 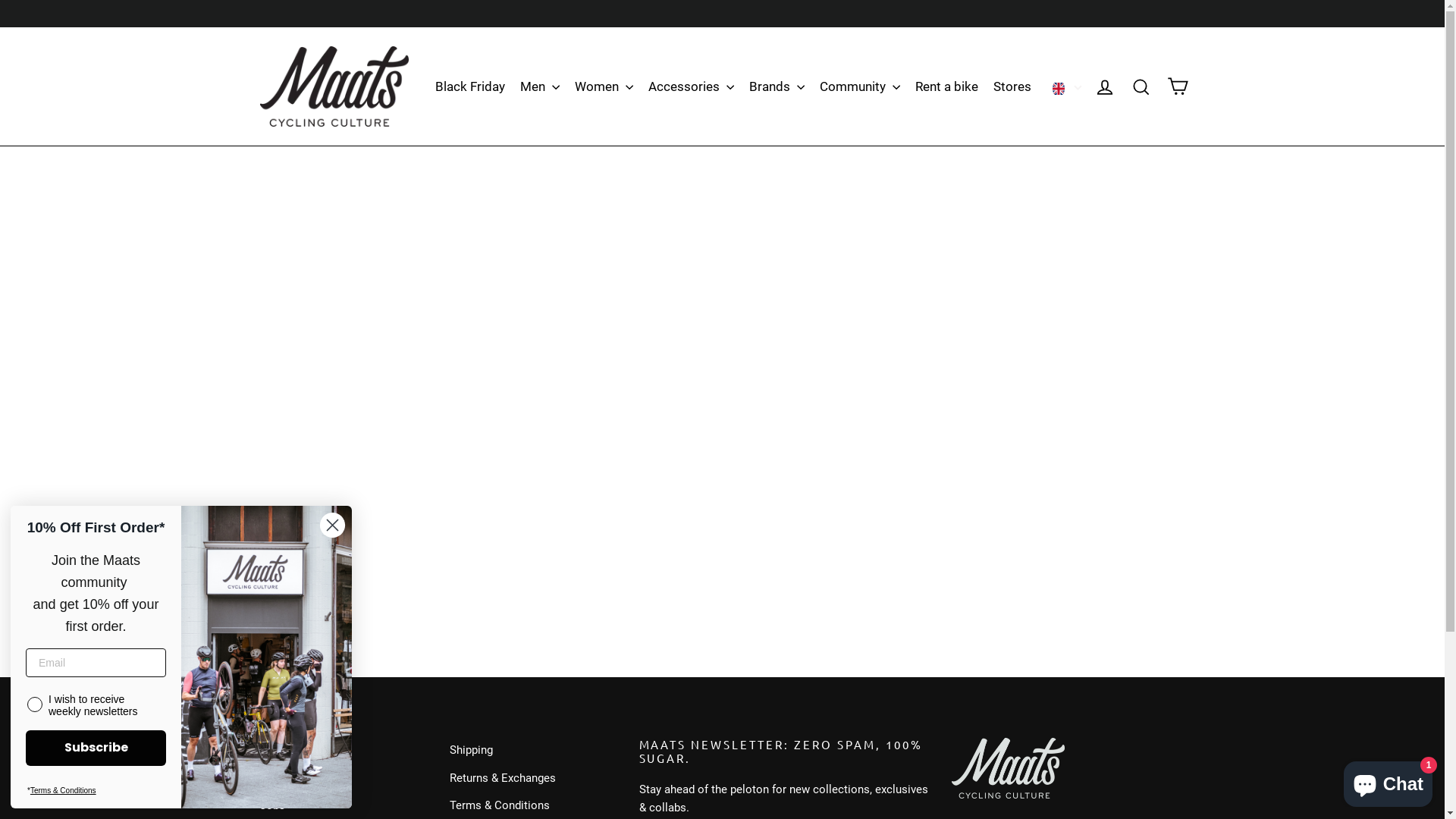 I want to click on 'Brands', so click(x=777, y=86).